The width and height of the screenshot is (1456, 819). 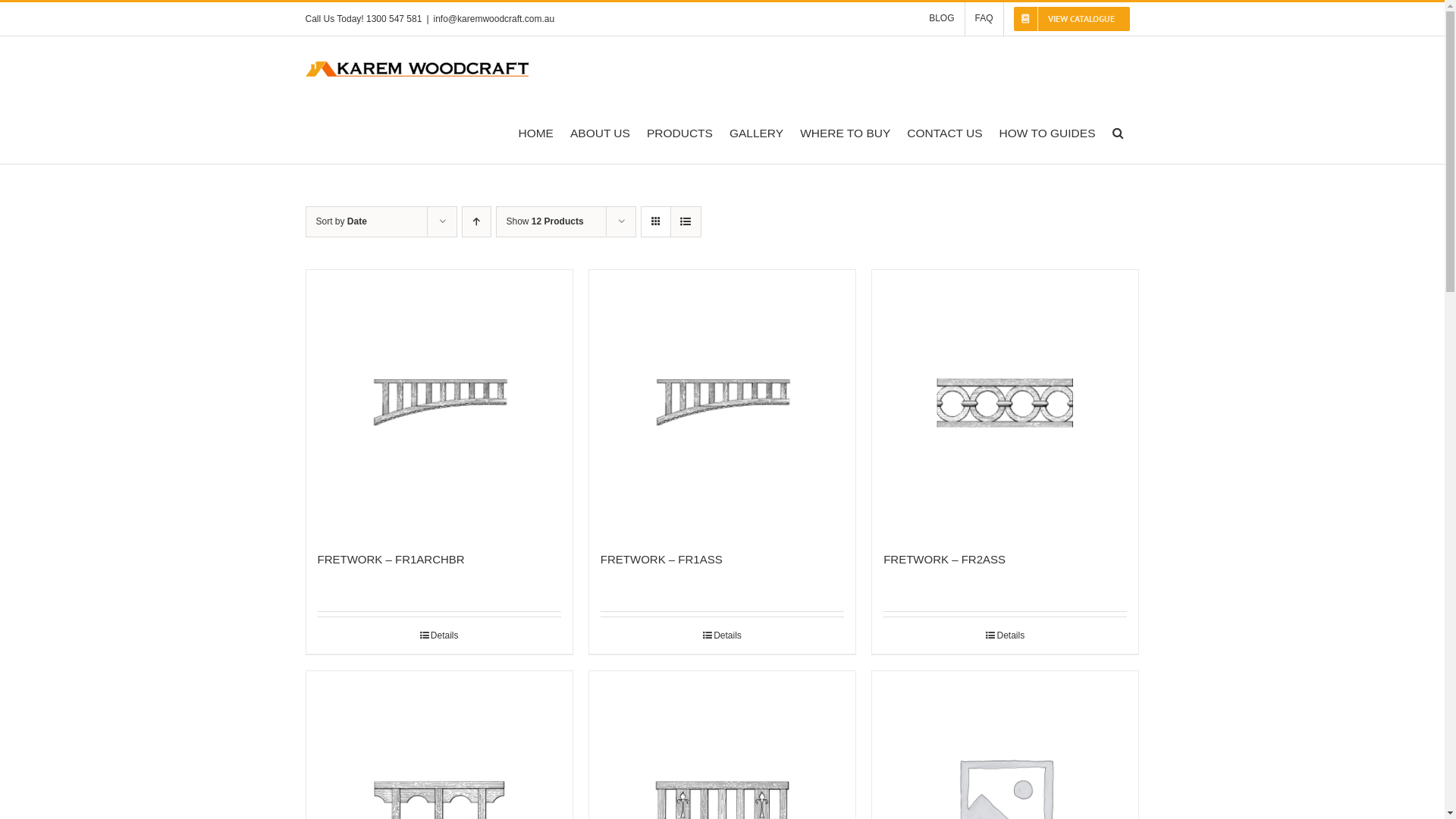 I want to click on 'ABOUT US', so click(x=599, y=130).